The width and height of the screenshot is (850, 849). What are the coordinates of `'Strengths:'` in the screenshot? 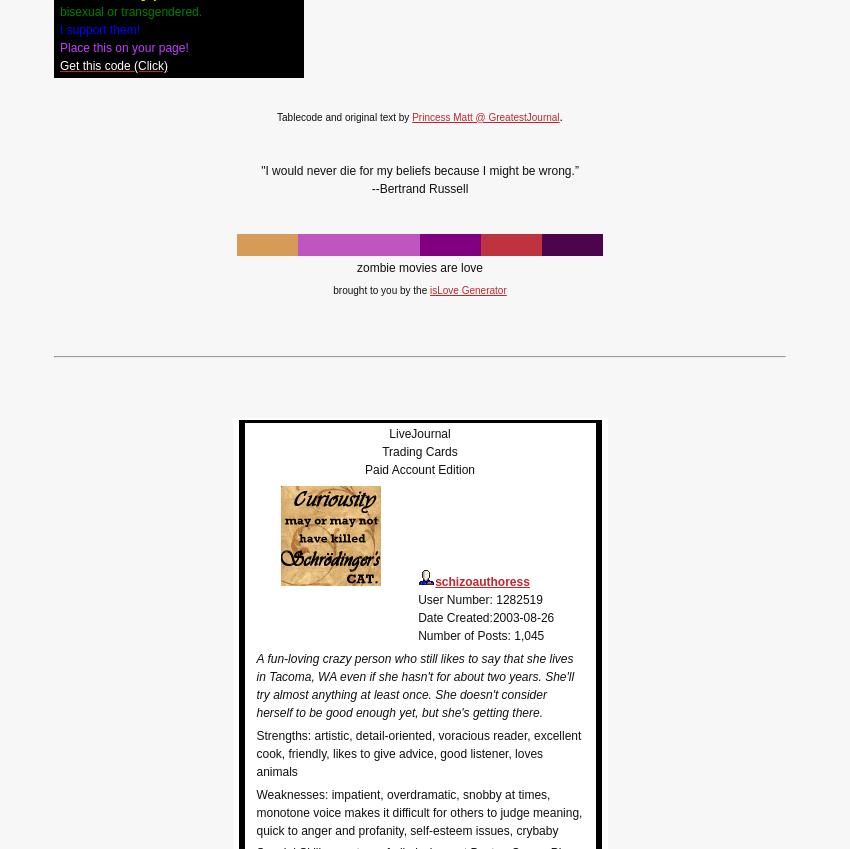 It's located at (255, 734).